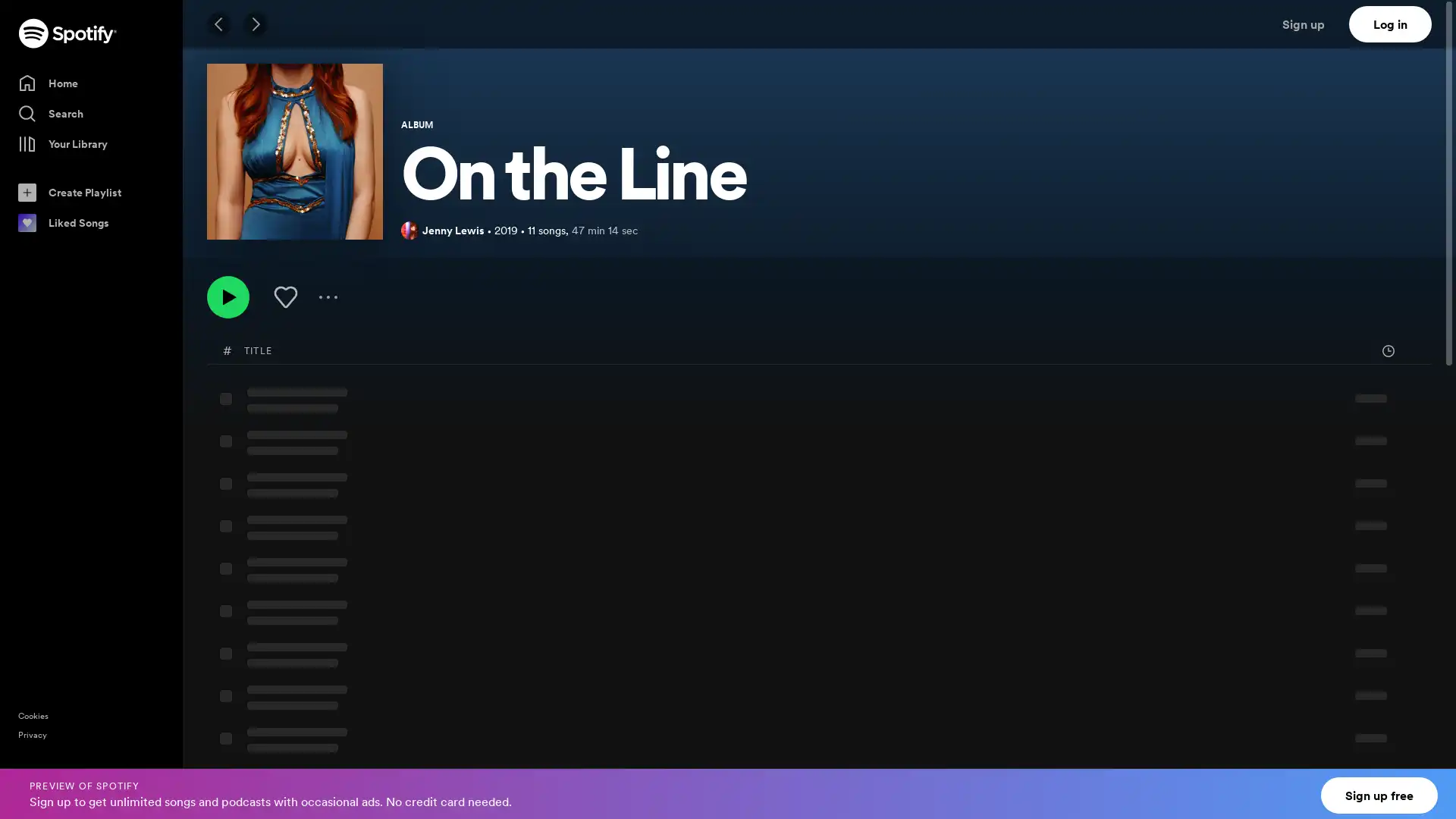  I want to click on Play Wasted Youth by Jenny Lewis, so click(225, 441).